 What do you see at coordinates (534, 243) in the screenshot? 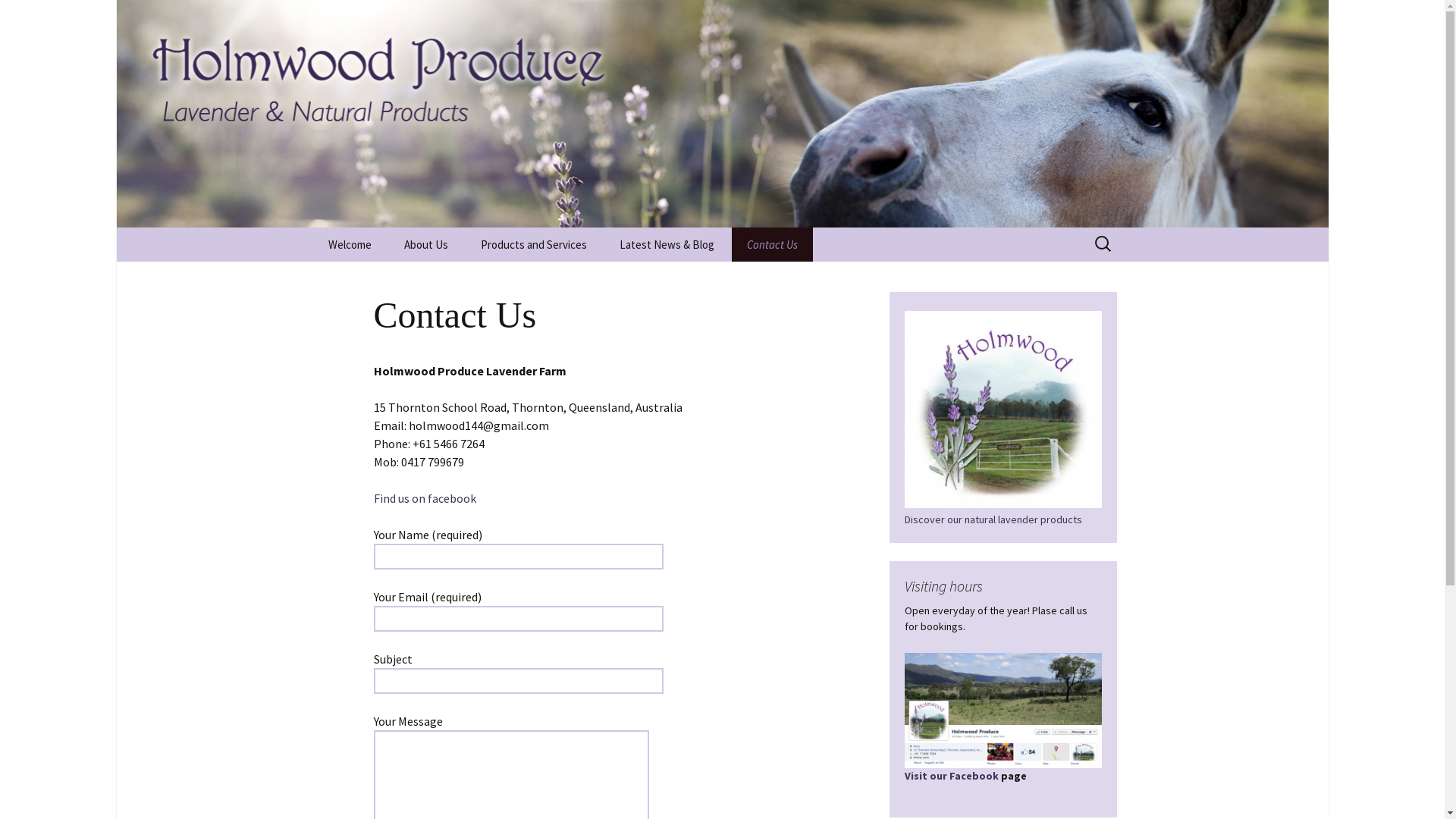
I see `'Products and Services'` at bounding box center [534, 243].